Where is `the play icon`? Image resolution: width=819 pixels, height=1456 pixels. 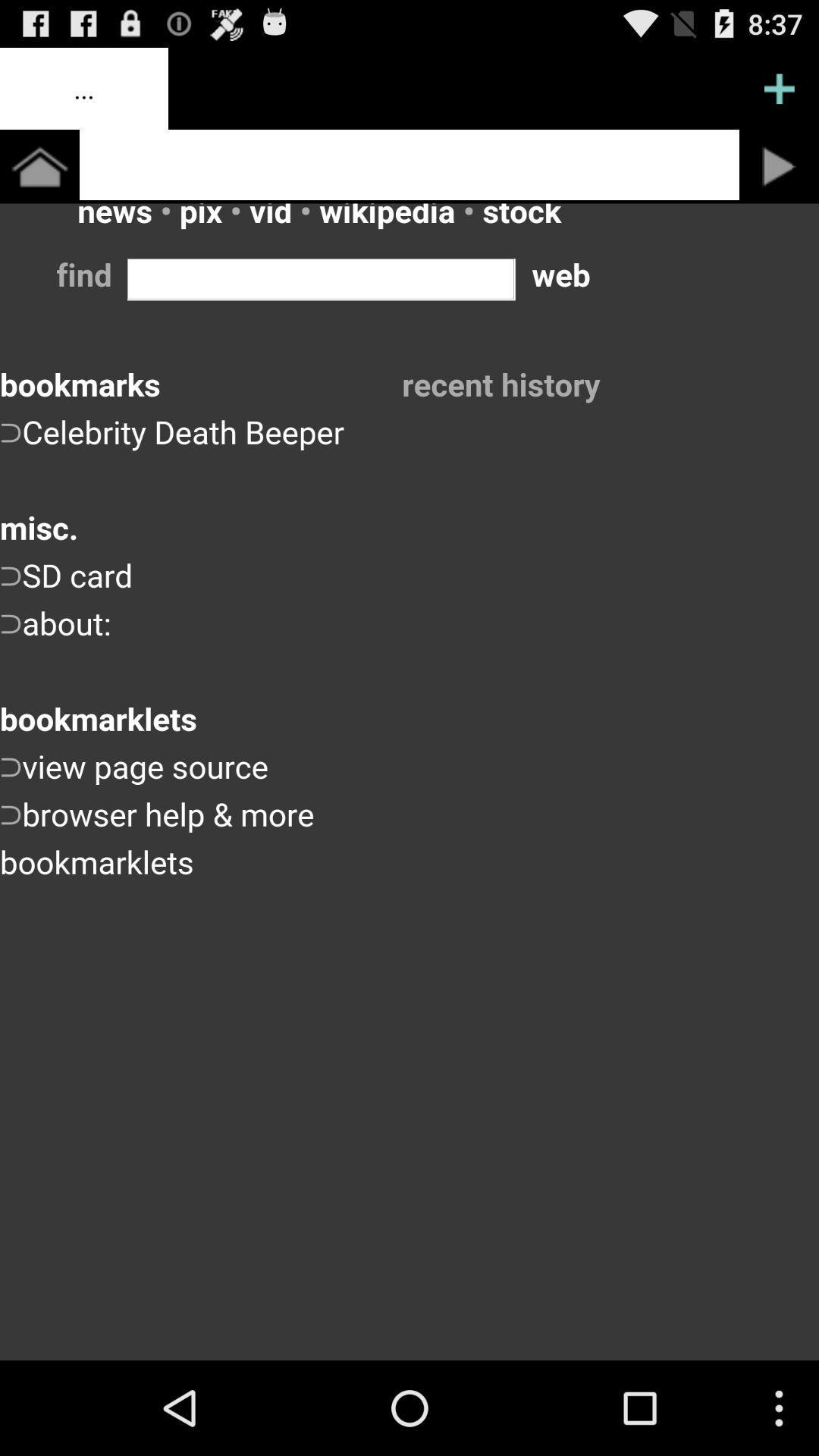
the play icon is located at coordinates (779, 178).